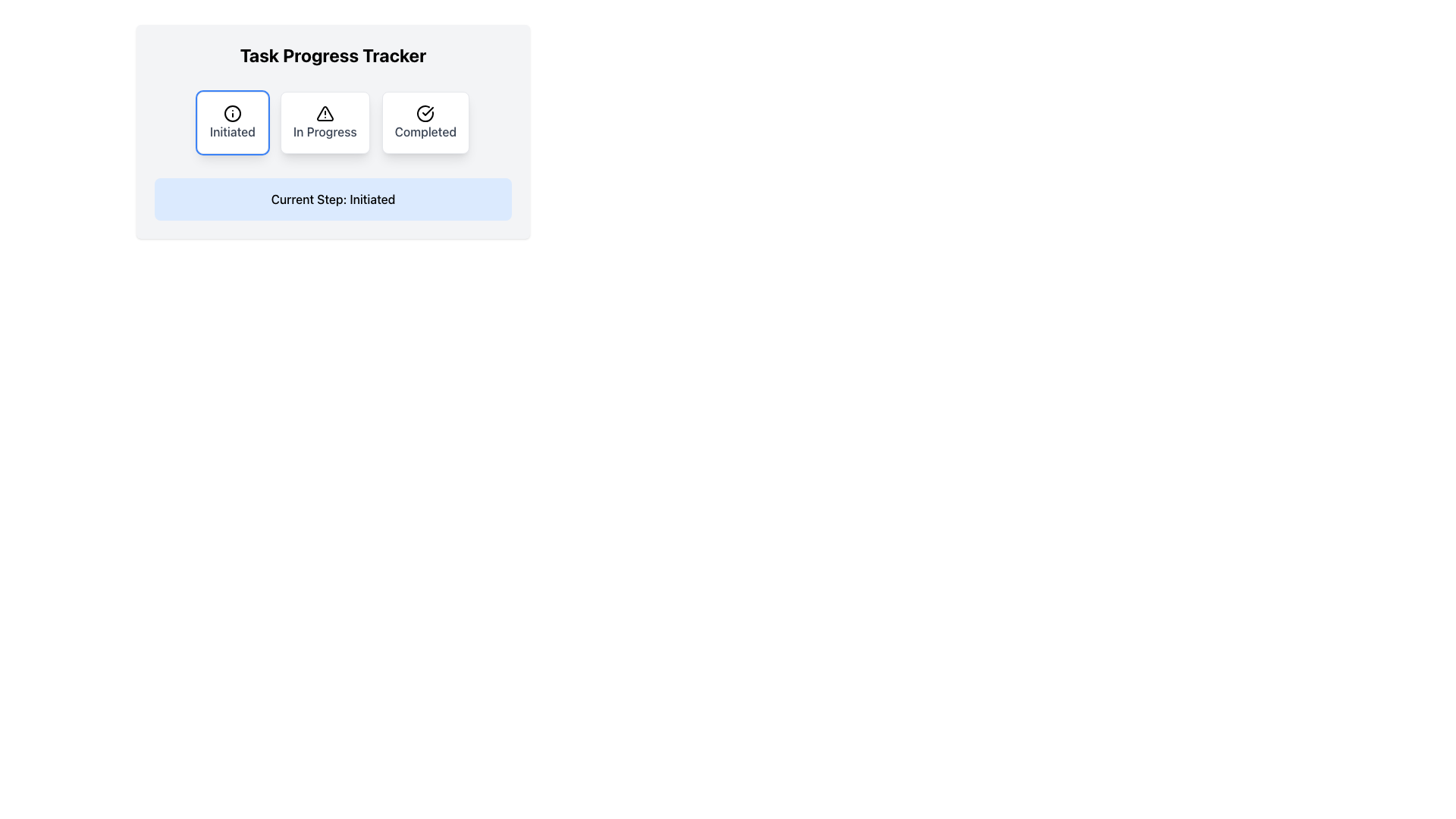 This screenshot has width=1456, height=819. What do you see at coordinates (425, 122) in the screenshot?
I see `the 'Completed' indicator, which consists of the text 'Completed' below a circular check symbol icon, and is the third item in the horizontal list under the 'Task Progress Tracker' heading` at bounding box center [425, 122].